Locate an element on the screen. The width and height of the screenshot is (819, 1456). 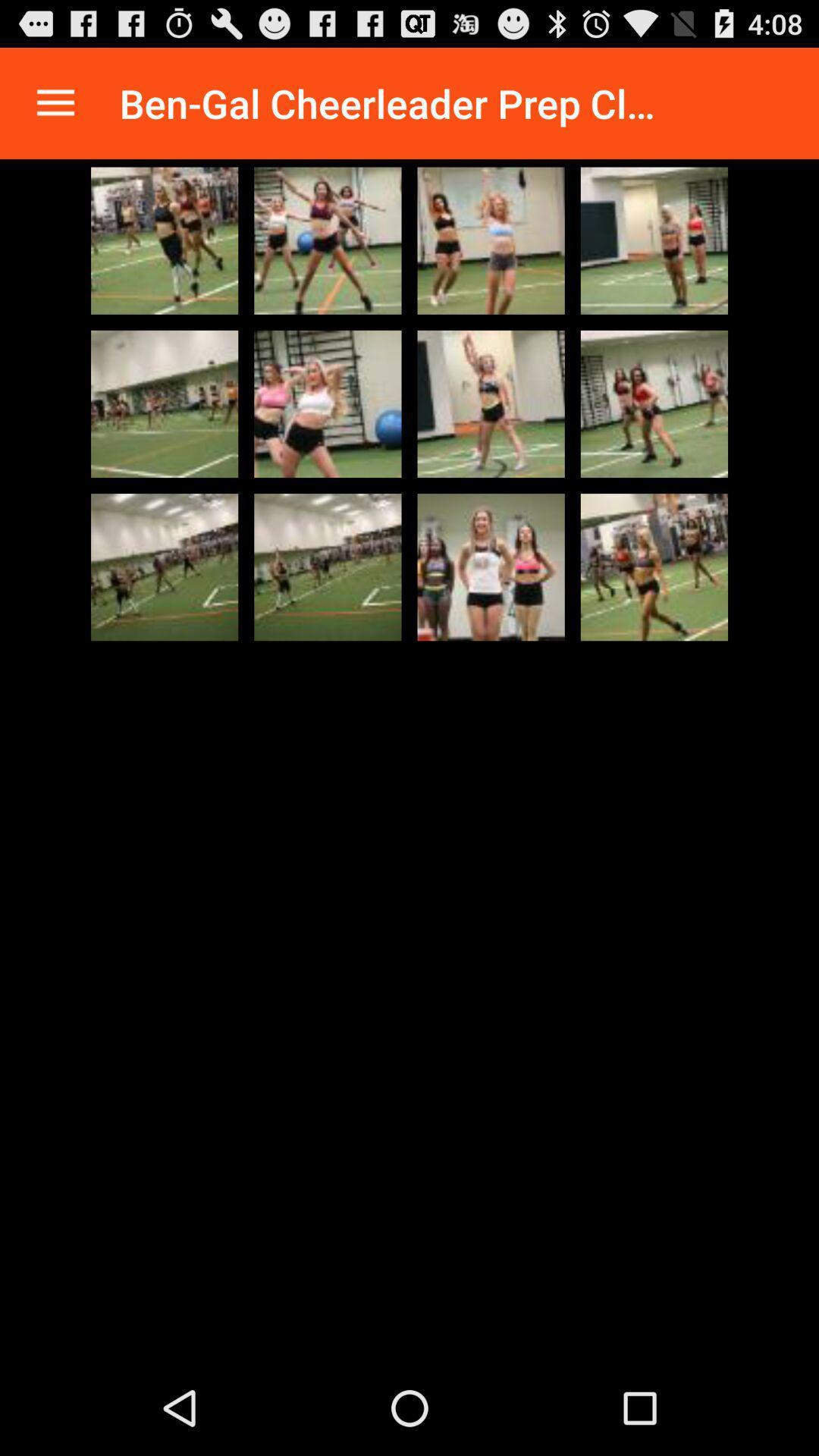
click image go to large is located at coordinates (491, 566).